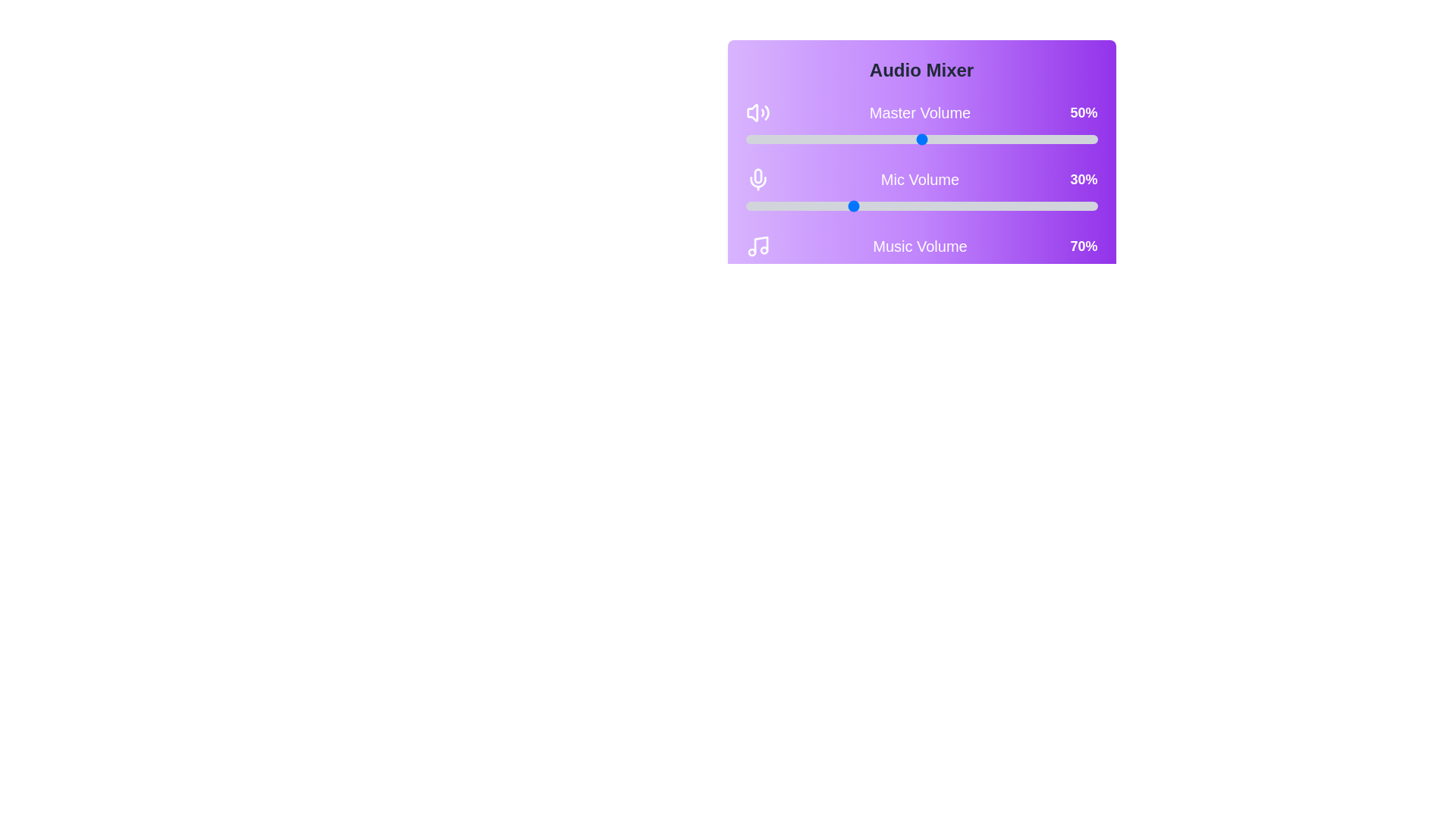 The image size is (1456, 819). I want to click on the microphone volume level indicator displaying '30%' in the Audio Mixer interface, located between the Master Volume and Music Volume controls, so click(921, 178).